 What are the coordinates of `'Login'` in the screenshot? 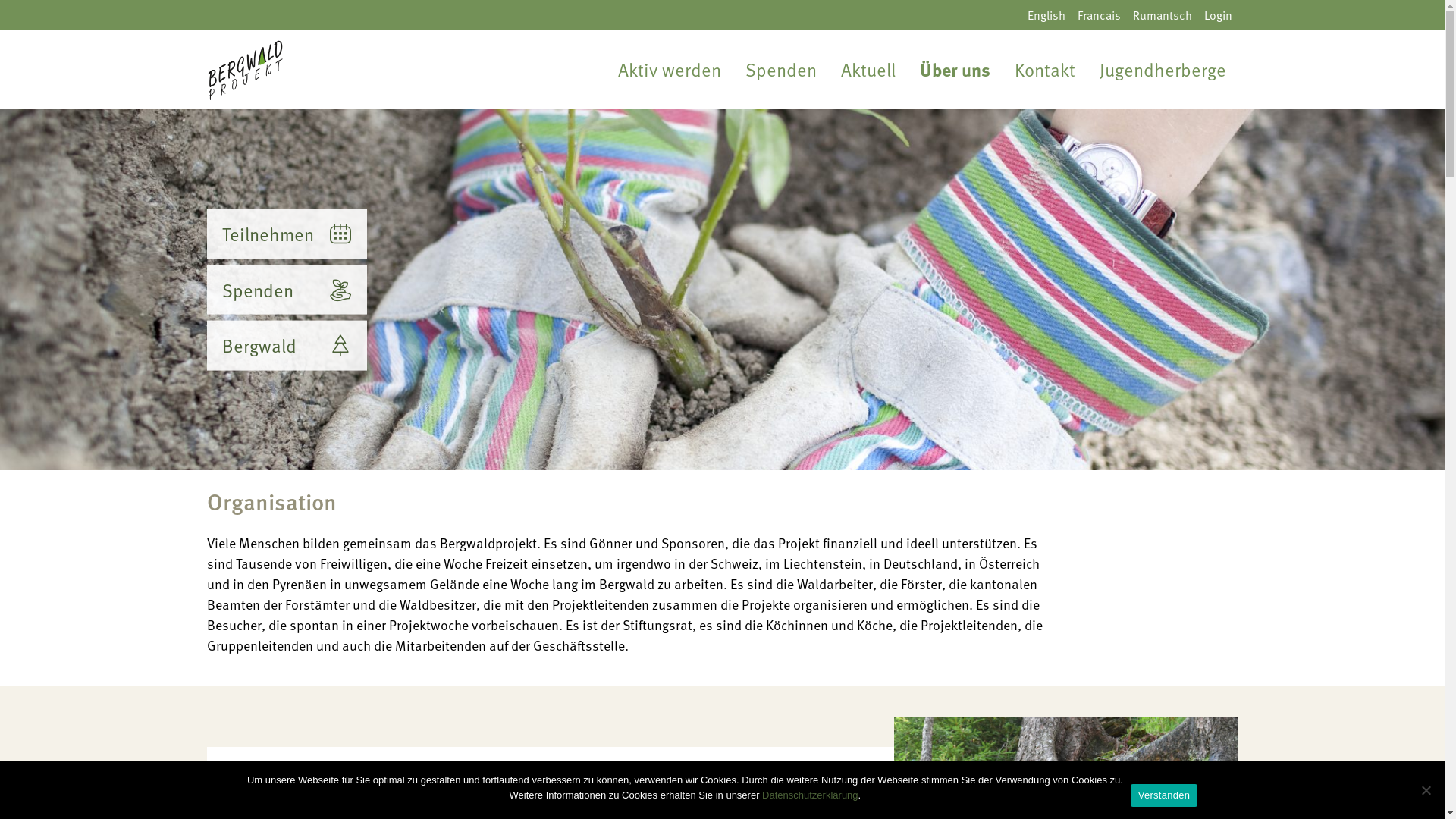 It's located at (1218, 14).